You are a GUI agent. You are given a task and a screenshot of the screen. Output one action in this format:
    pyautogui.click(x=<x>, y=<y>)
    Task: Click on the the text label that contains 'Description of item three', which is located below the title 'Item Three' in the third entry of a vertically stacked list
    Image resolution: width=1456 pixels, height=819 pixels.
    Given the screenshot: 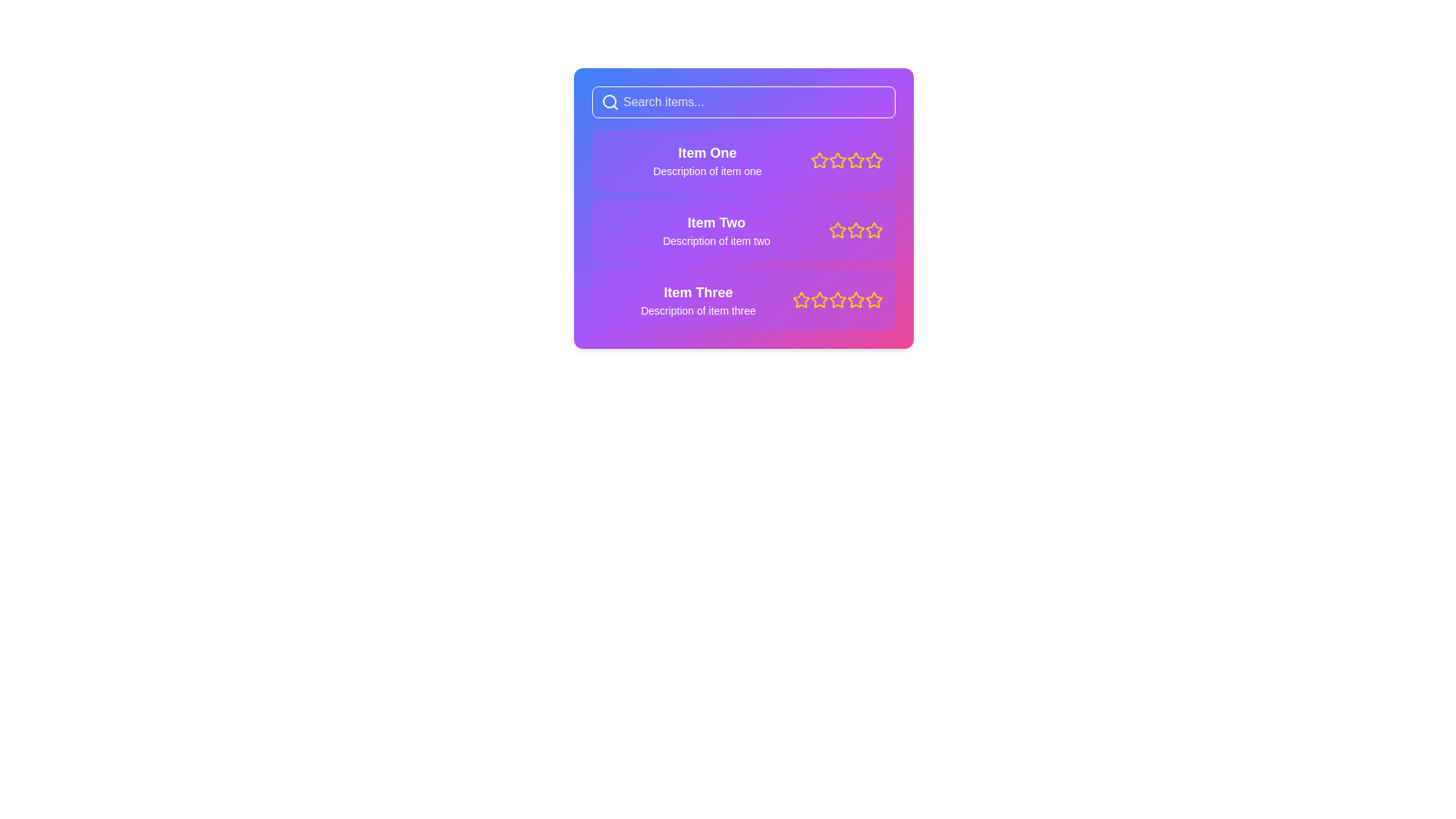 What is the action you would take?
    pyautogui.click(x=698, y=309)
    